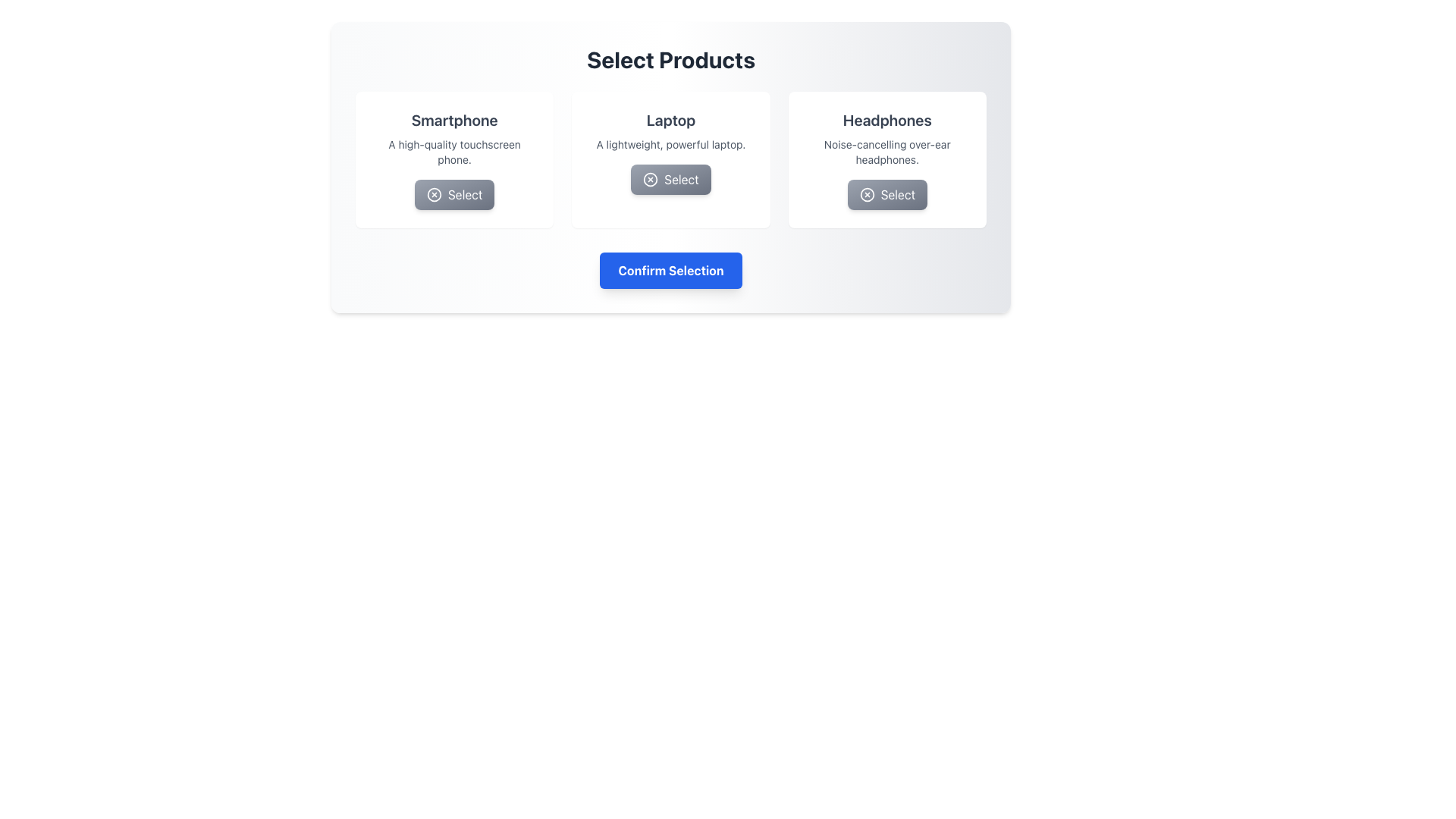 The width and height of the screenshot is (1456, 819). Describe the element at coordinates (670, 167) in the screenshot. I see `the interactive button located under the 'Laptop' item with title text 'Laptop' and description 'A lightweight, powerful laptop.' to trigger the scaling effect` at that location.